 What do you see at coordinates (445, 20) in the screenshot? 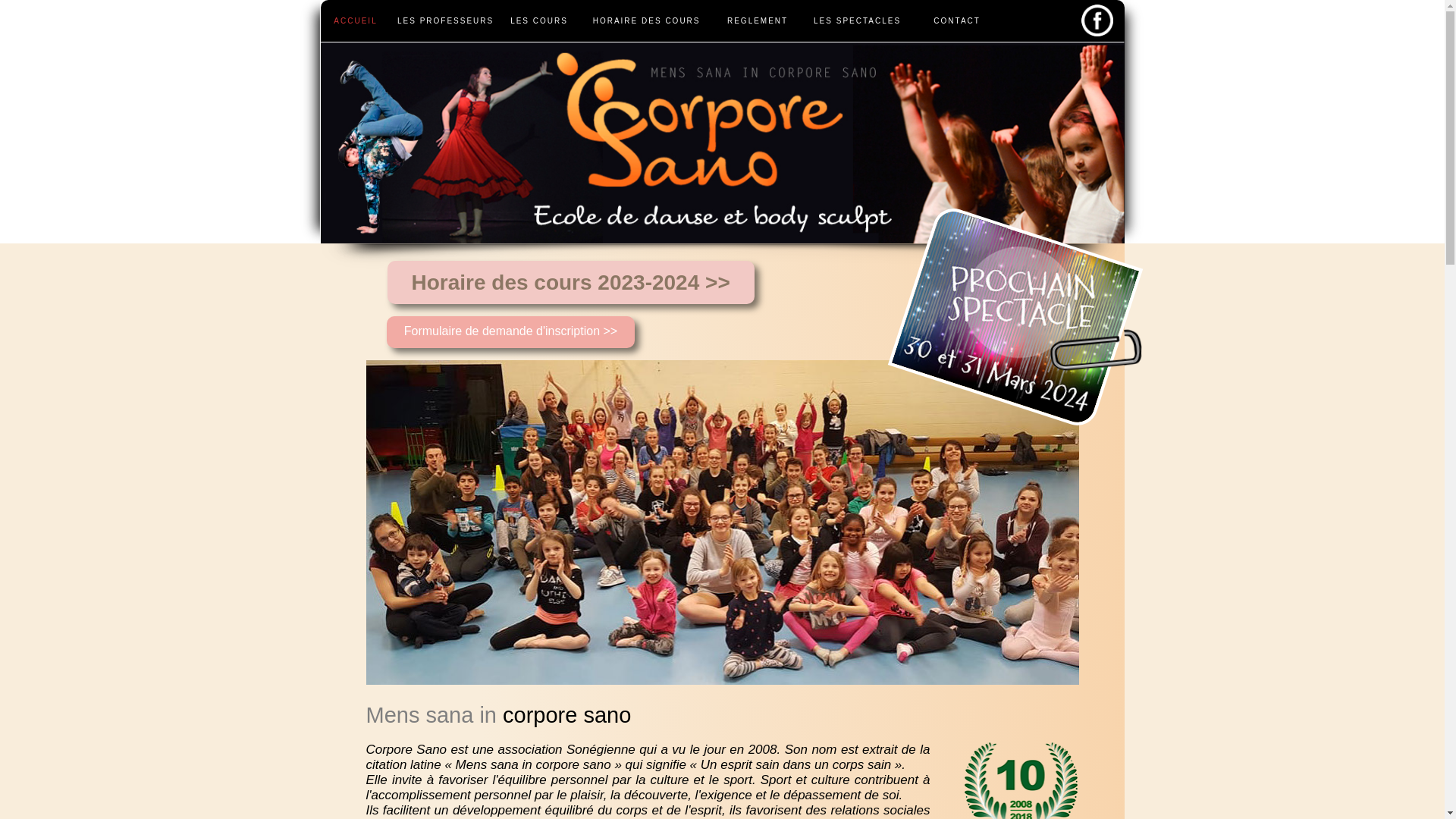
I see `'LES PROFESSEURS'` at bounding box center [445, 20].